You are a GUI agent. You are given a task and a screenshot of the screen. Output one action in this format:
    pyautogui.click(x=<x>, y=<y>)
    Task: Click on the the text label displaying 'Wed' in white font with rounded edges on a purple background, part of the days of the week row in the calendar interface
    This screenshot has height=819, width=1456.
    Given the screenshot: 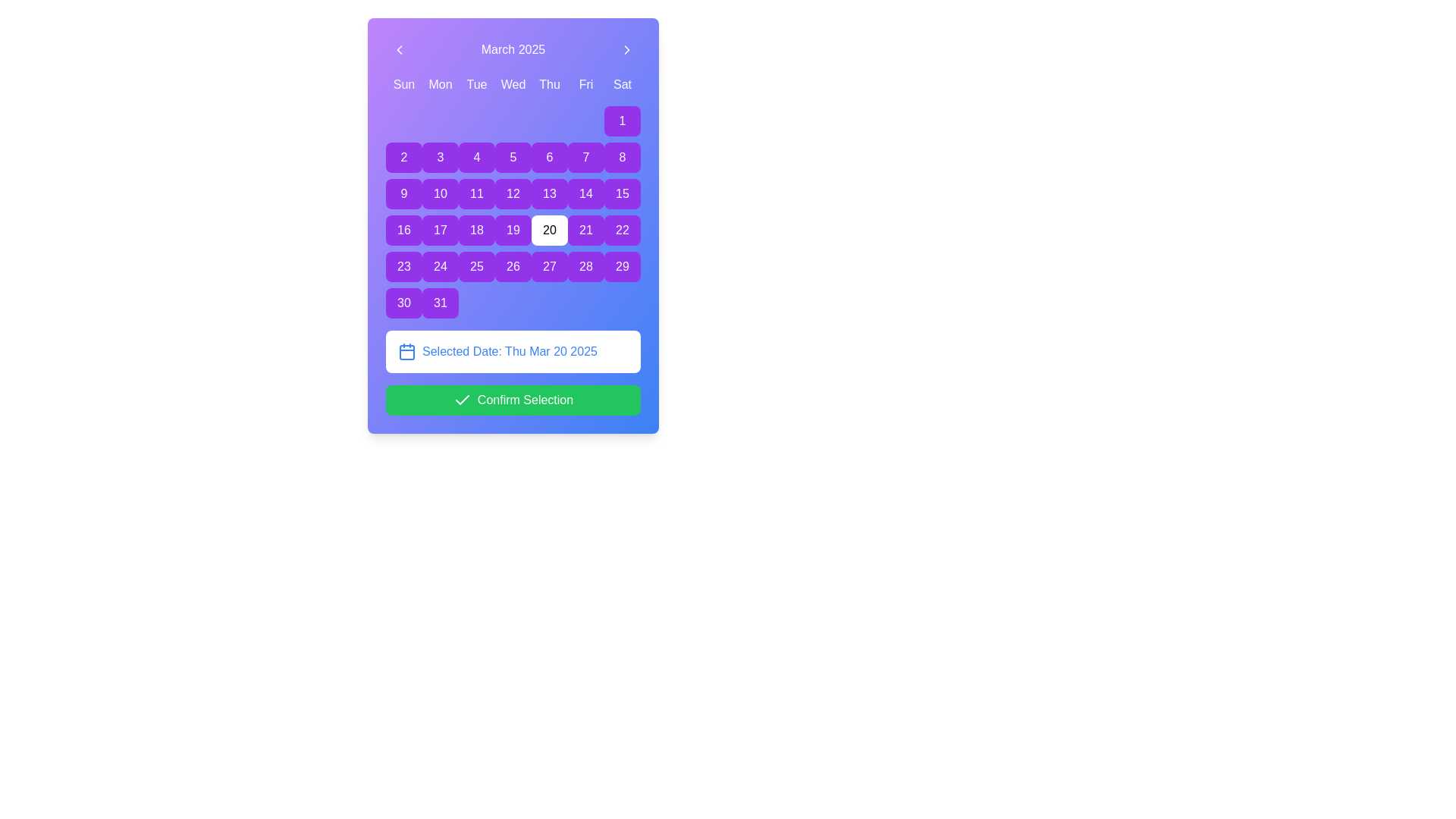 What is the action you would take?
    pyautogui.click(x=513, y=84)
    